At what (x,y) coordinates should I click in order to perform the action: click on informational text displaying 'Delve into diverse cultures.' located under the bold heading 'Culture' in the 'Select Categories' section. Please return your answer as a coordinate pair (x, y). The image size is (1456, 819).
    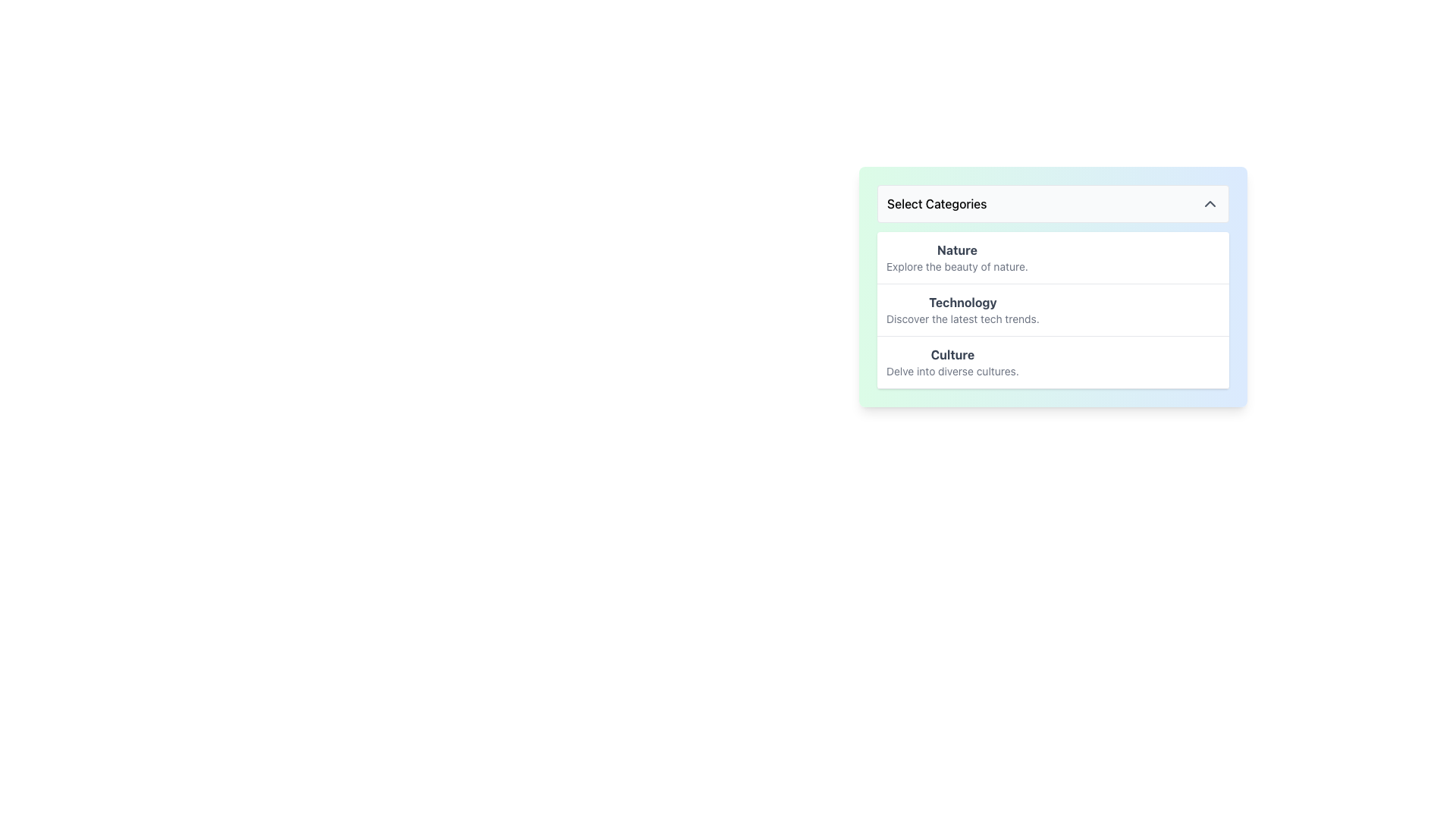
    Looking at the image, I should click on (952, 371).